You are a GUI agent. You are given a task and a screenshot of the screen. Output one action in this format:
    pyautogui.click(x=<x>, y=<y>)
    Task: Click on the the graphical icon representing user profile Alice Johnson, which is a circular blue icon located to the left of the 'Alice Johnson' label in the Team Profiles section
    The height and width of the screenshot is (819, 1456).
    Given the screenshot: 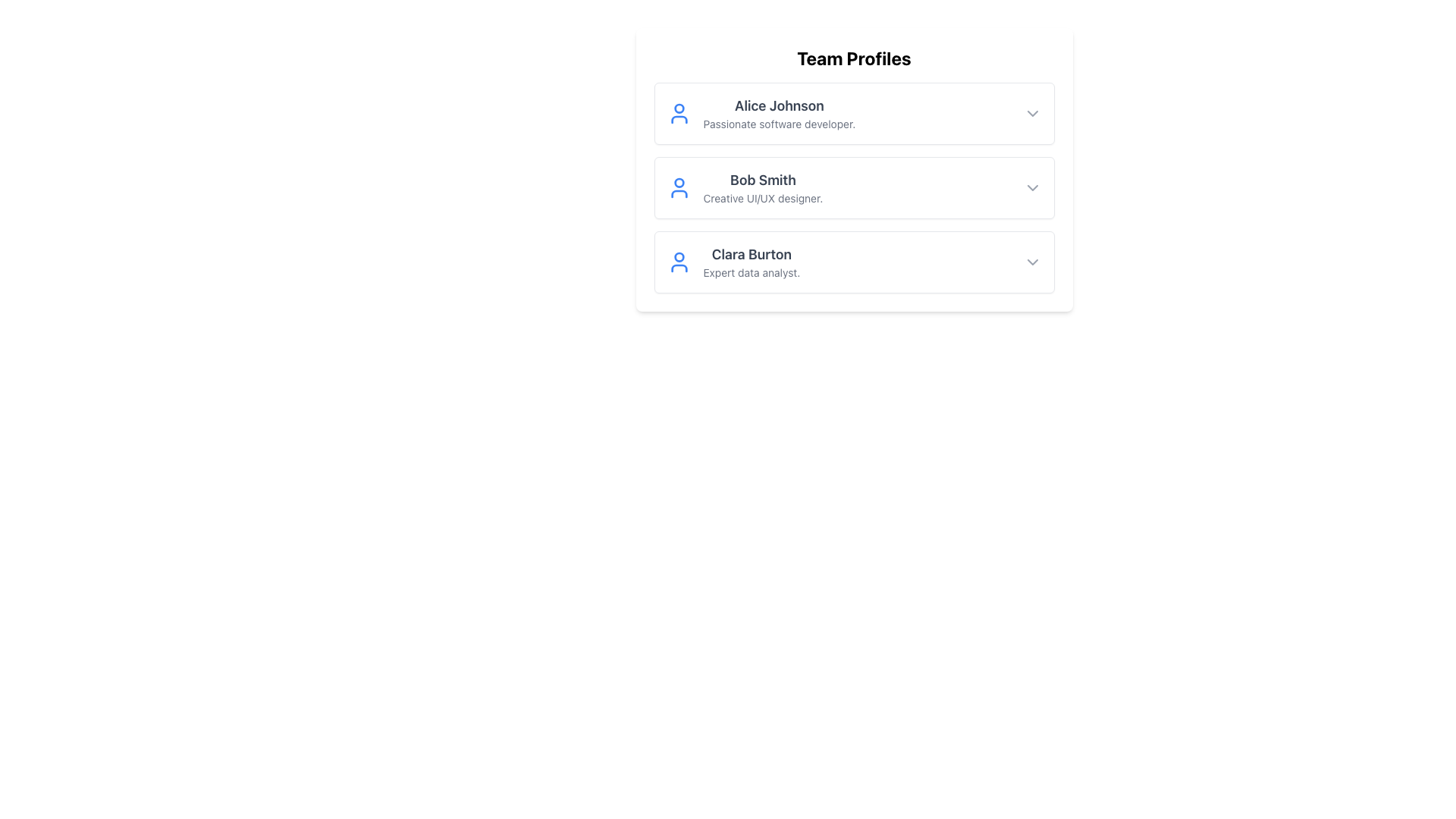 What is the action you would take?
    pyautogui.click(x=678, y=108)
    